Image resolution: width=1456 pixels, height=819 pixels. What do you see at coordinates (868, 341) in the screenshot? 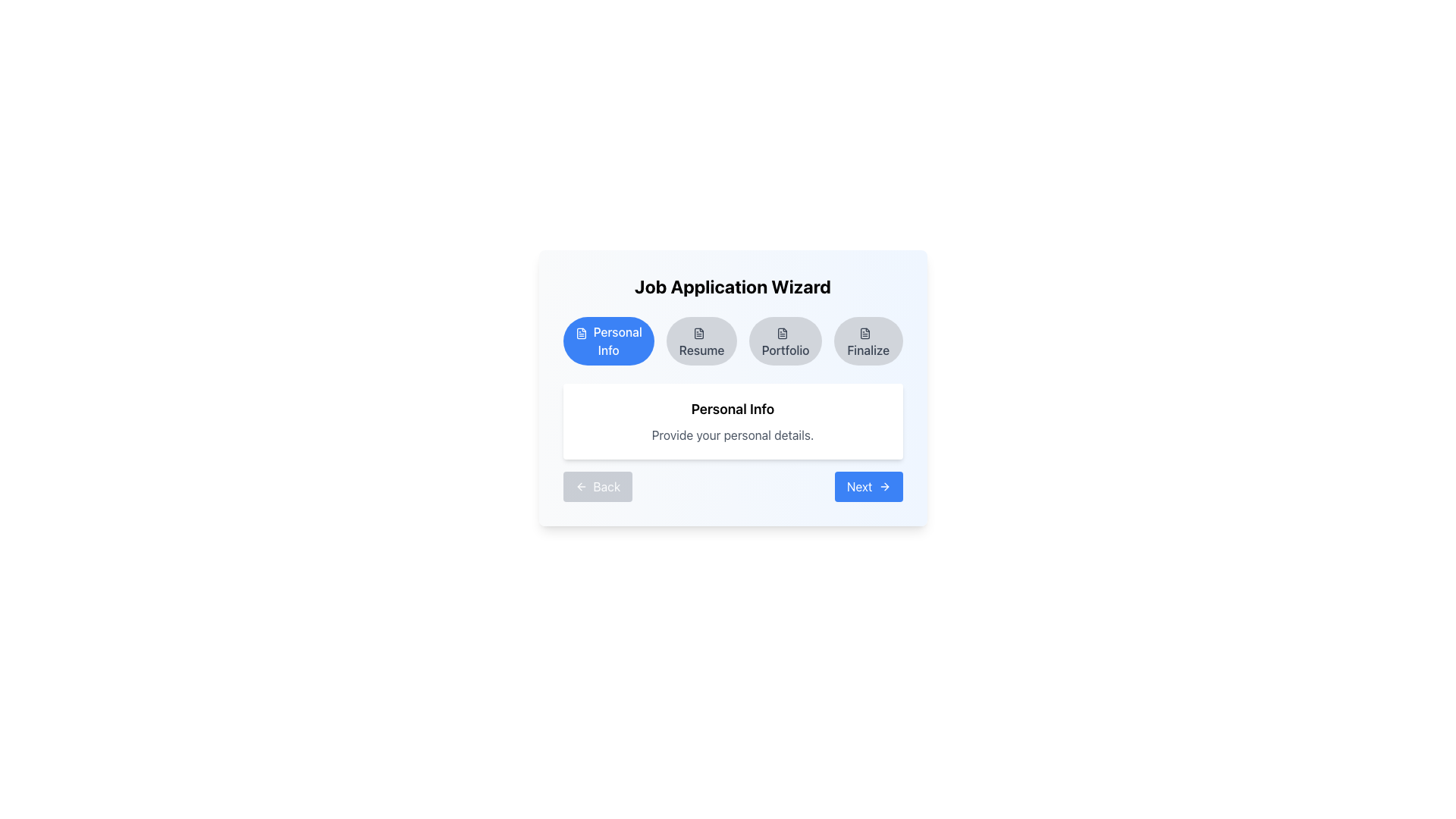
I see `the 'Finalize' button, which is a pill-shaped button with a light gray background and dark gray text, located as the fourth button from the left in the row of similar buttons` at bounding box center [868, 341].